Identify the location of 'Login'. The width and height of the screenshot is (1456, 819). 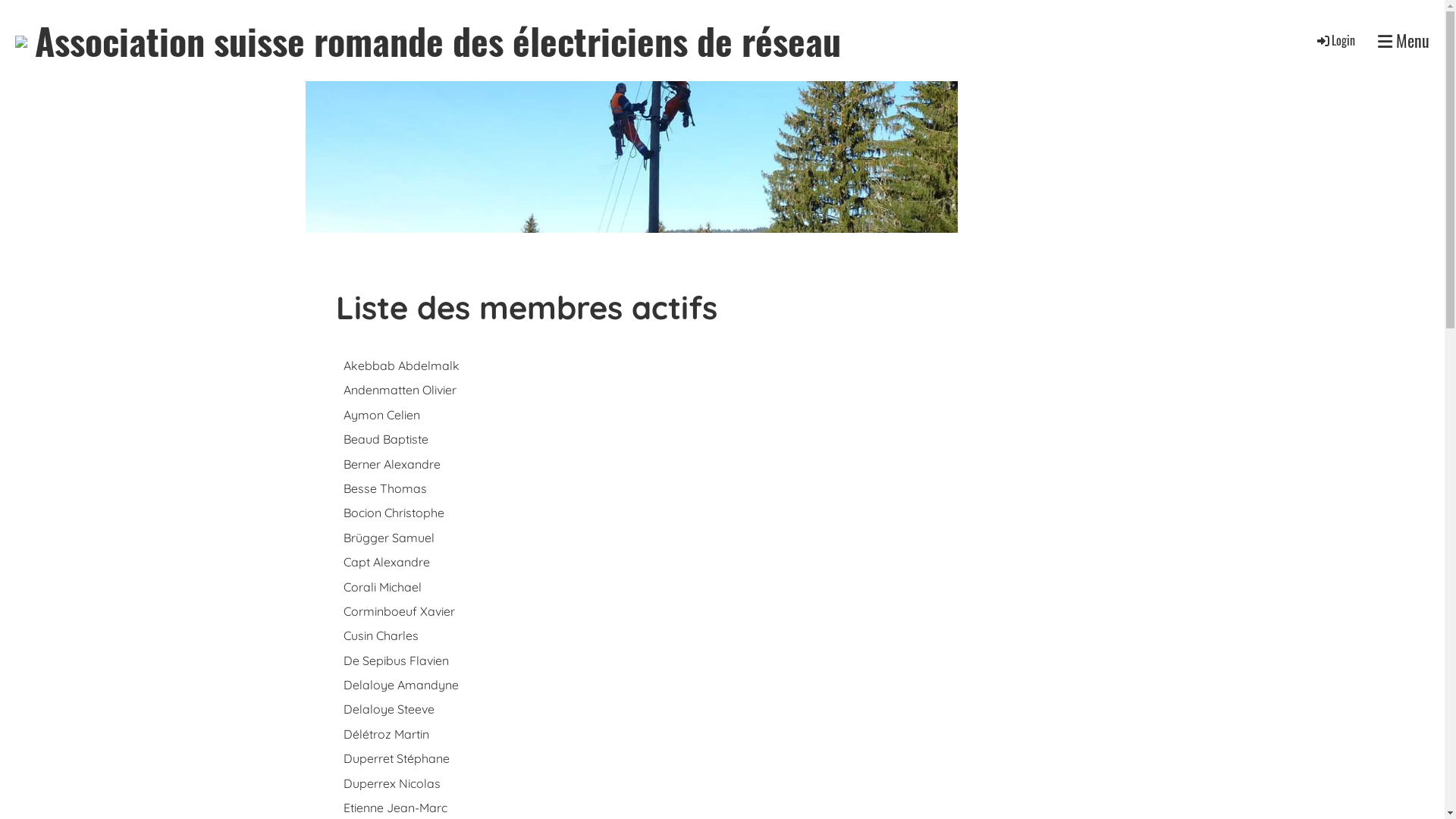
(1335, 39).